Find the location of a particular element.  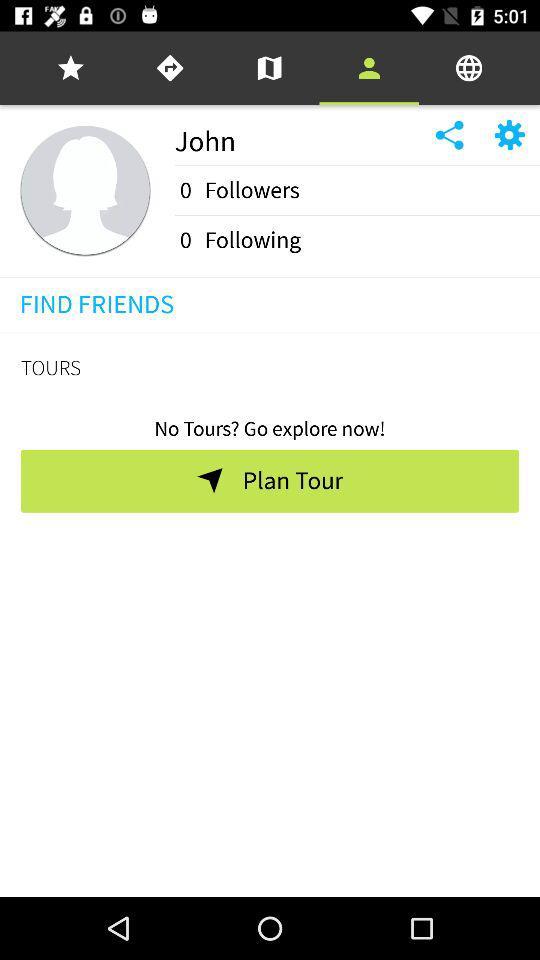

the item to the right of the 0 is located at coordinates (252, 240).